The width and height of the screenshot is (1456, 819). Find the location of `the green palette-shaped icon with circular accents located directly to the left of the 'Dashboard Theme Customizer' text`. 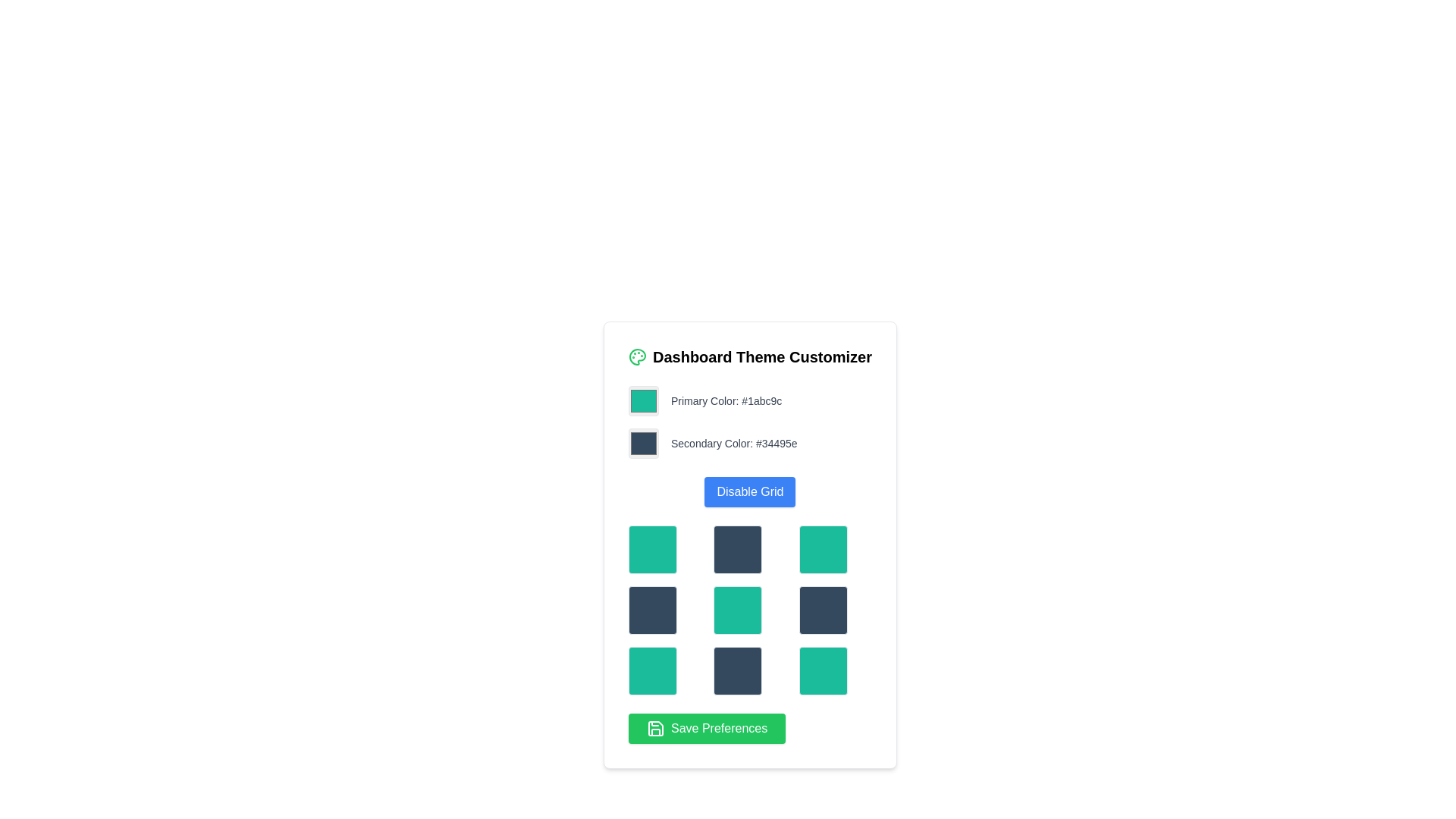

the green palette-shaped icon with circular accents located directly to the left of the 'Dashboard Theme Customizer' text is located at coordinates (637, 356).